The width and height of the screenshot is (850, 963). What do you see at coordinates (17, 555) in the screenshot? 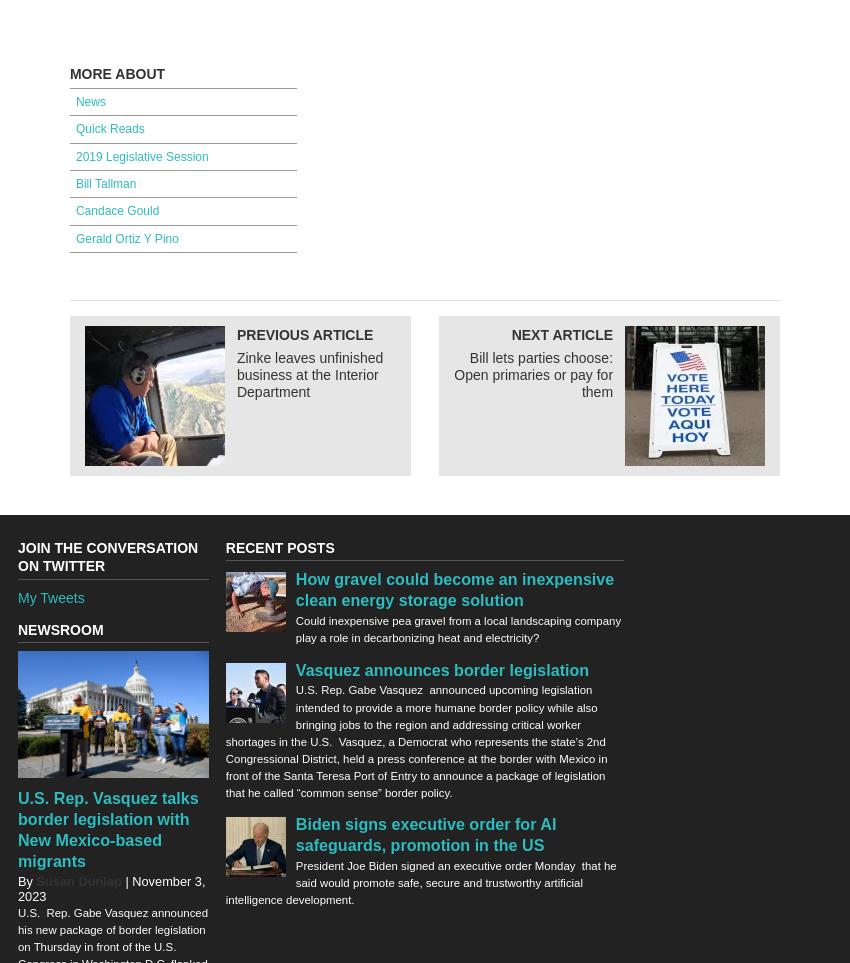
I see `'Join the Conversation on Twitter'` at bounding box center [17, 555].